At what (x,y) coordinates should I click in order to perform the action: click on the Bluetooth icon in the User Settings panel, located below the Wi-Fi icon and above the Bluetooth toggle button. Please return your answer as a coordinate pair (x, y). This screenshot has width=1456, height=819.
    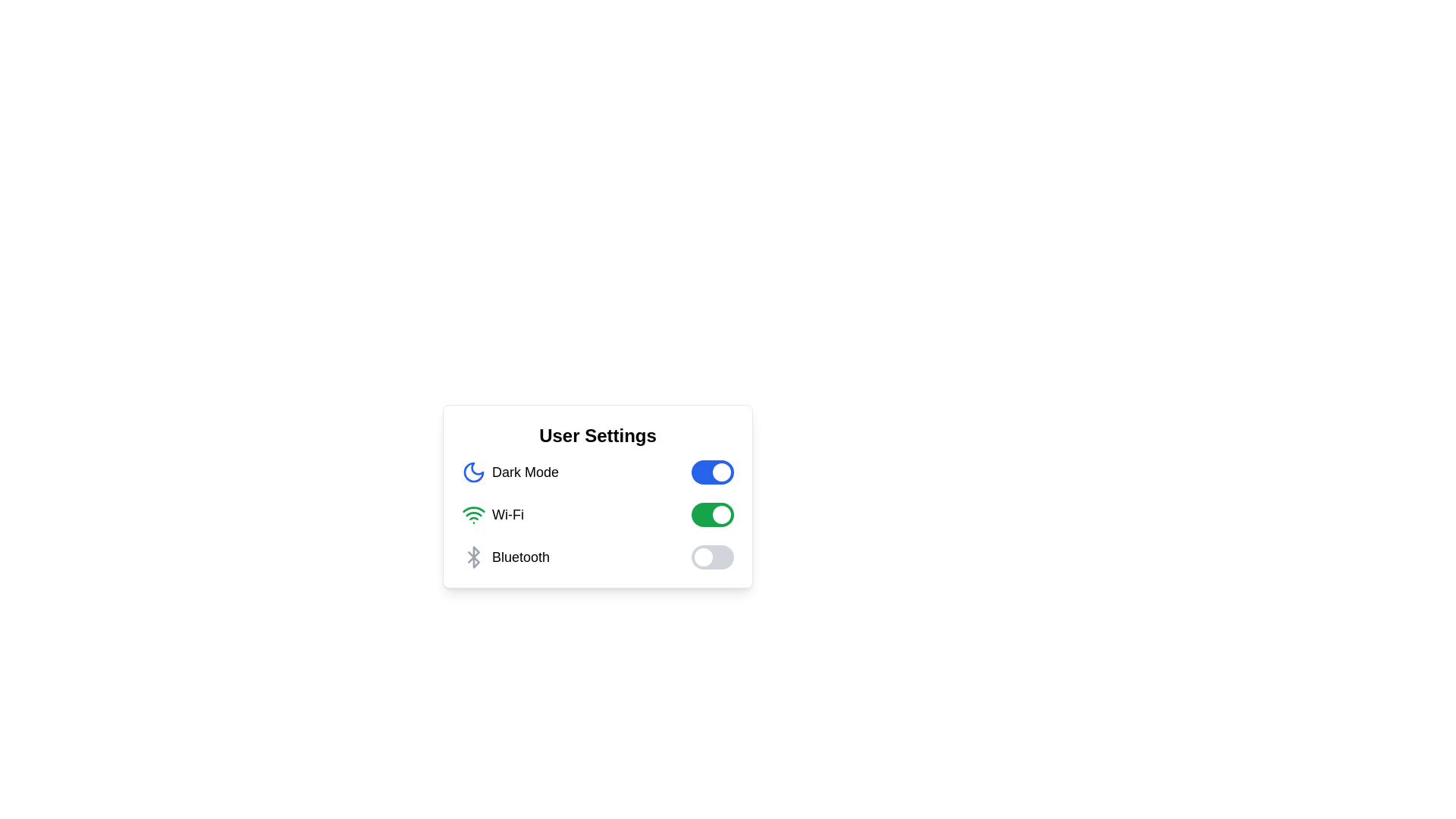
    Looking at the image, I should click on (472, 557).